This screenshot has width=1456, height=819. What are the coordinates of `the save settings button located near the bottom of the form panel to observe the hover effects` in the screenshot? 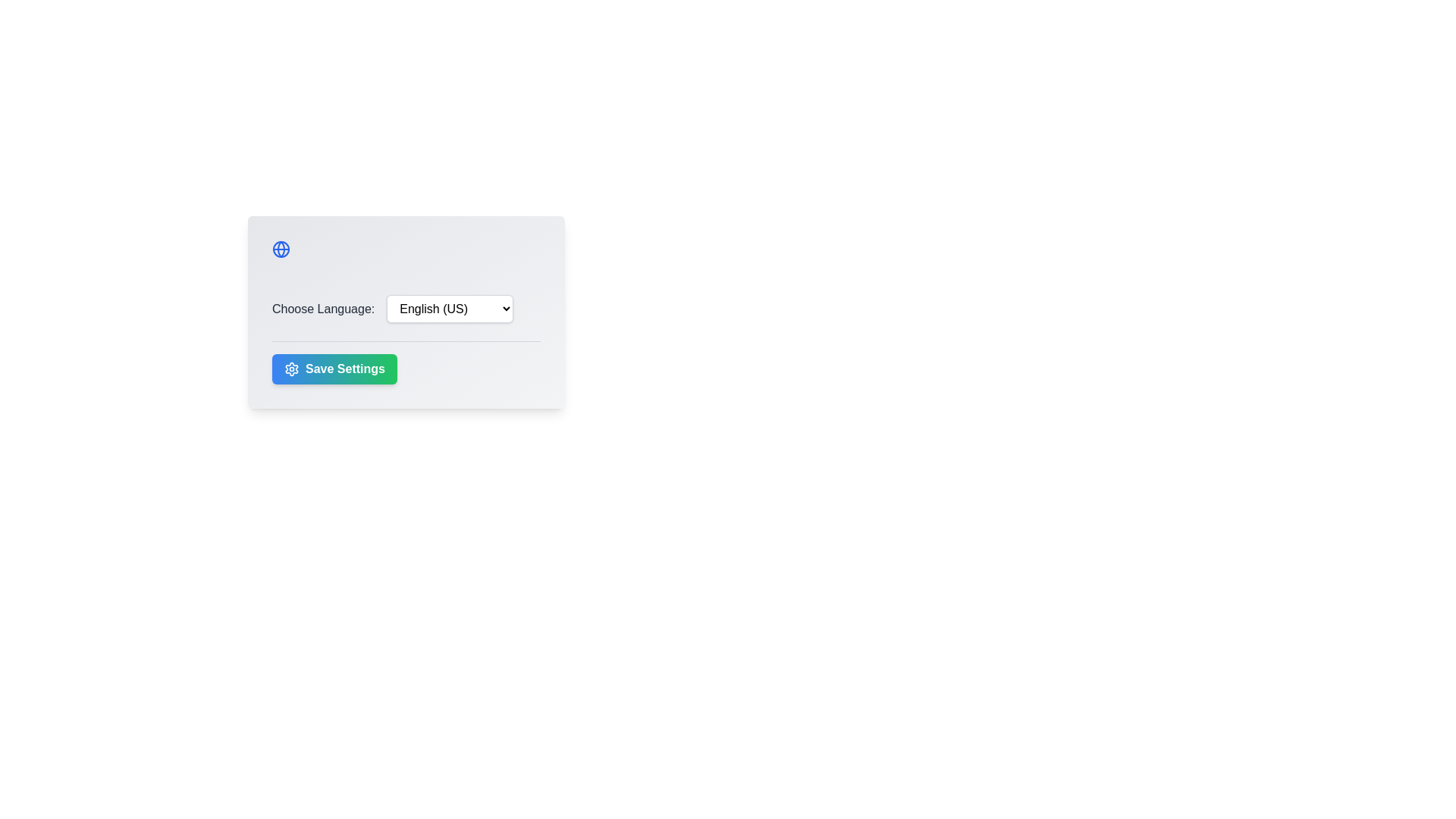 It's located at (406, 362).